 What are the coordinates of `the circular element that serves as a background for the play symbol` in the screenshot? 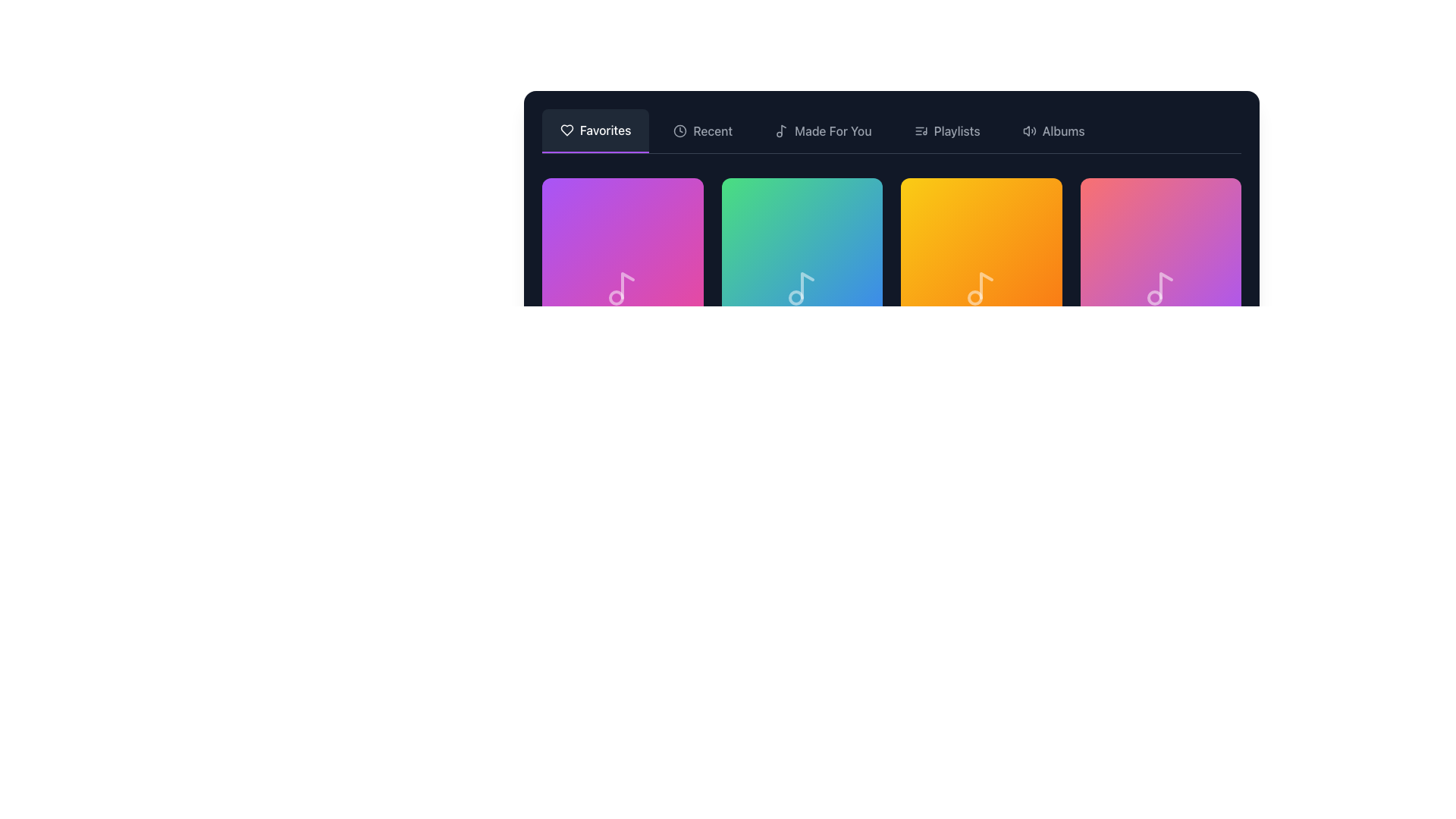 It's located at (673, 292).